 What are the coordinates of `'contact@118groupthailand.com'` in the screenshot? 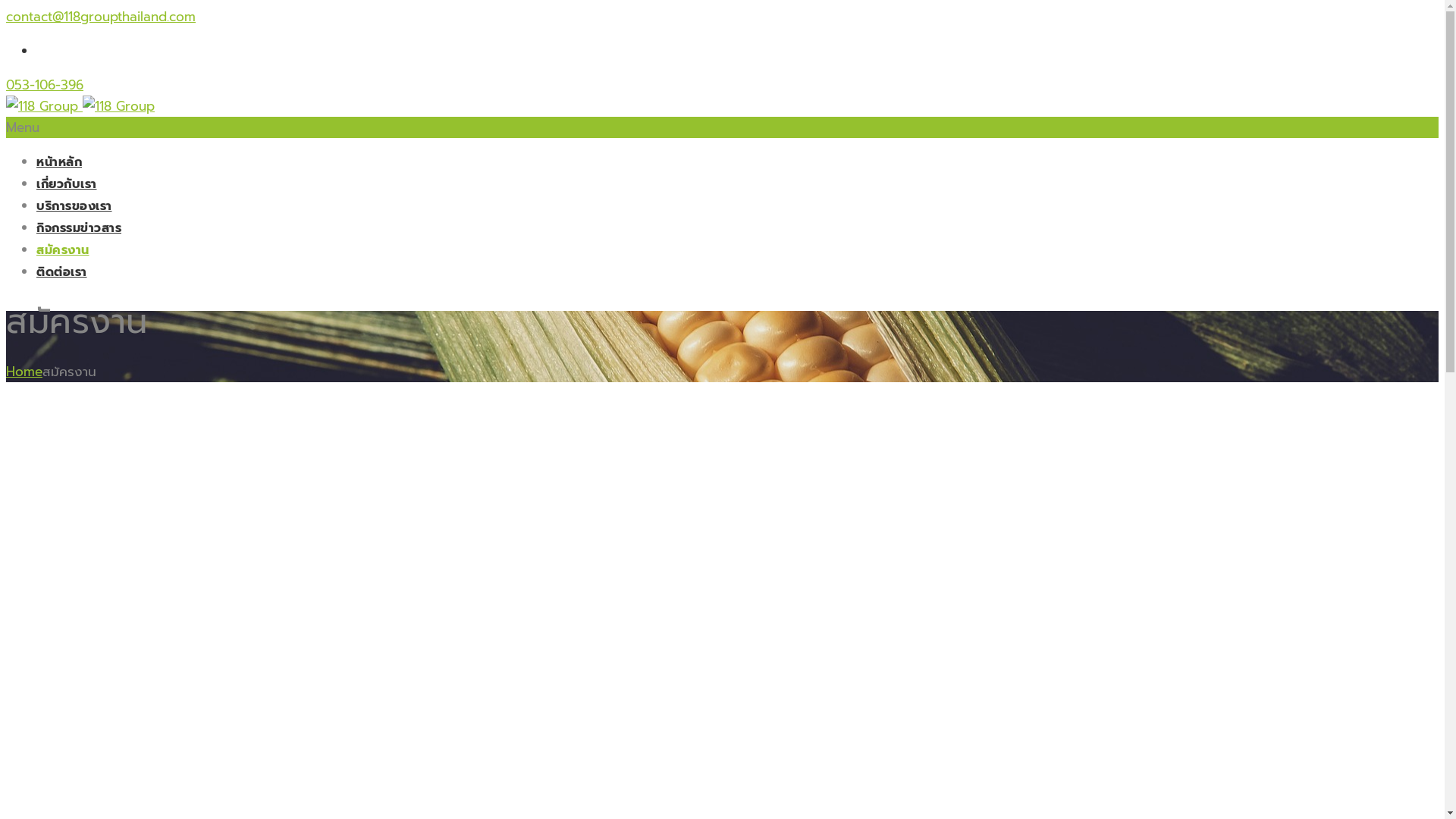 It's located at (100, 17).